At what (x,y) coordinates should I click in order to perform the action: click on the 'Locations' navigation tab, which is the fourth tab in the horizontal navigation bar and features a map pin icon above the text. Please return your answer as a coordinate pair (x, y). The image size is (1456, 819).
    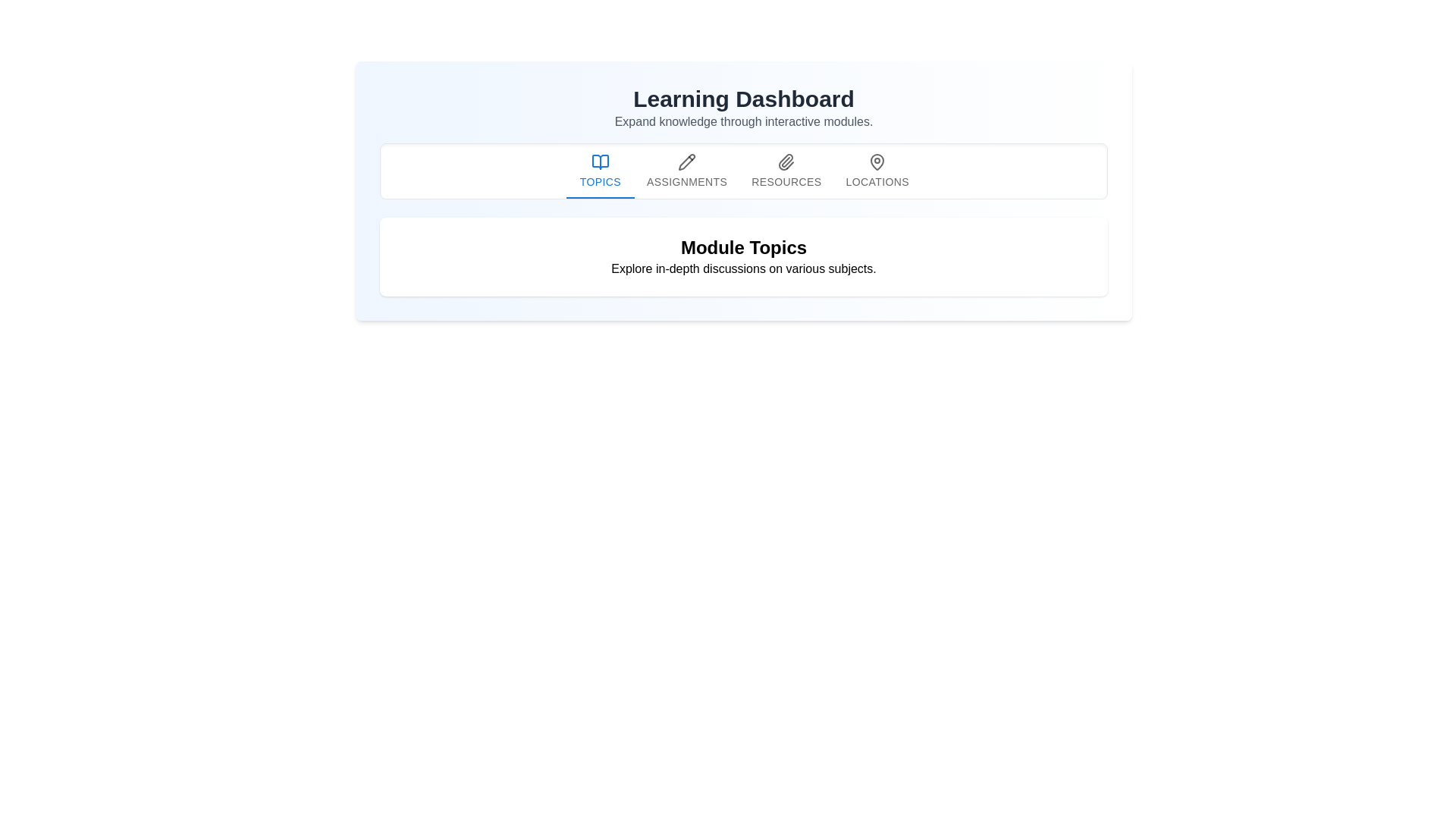
    Looking at the image, I should click on (877, 171).